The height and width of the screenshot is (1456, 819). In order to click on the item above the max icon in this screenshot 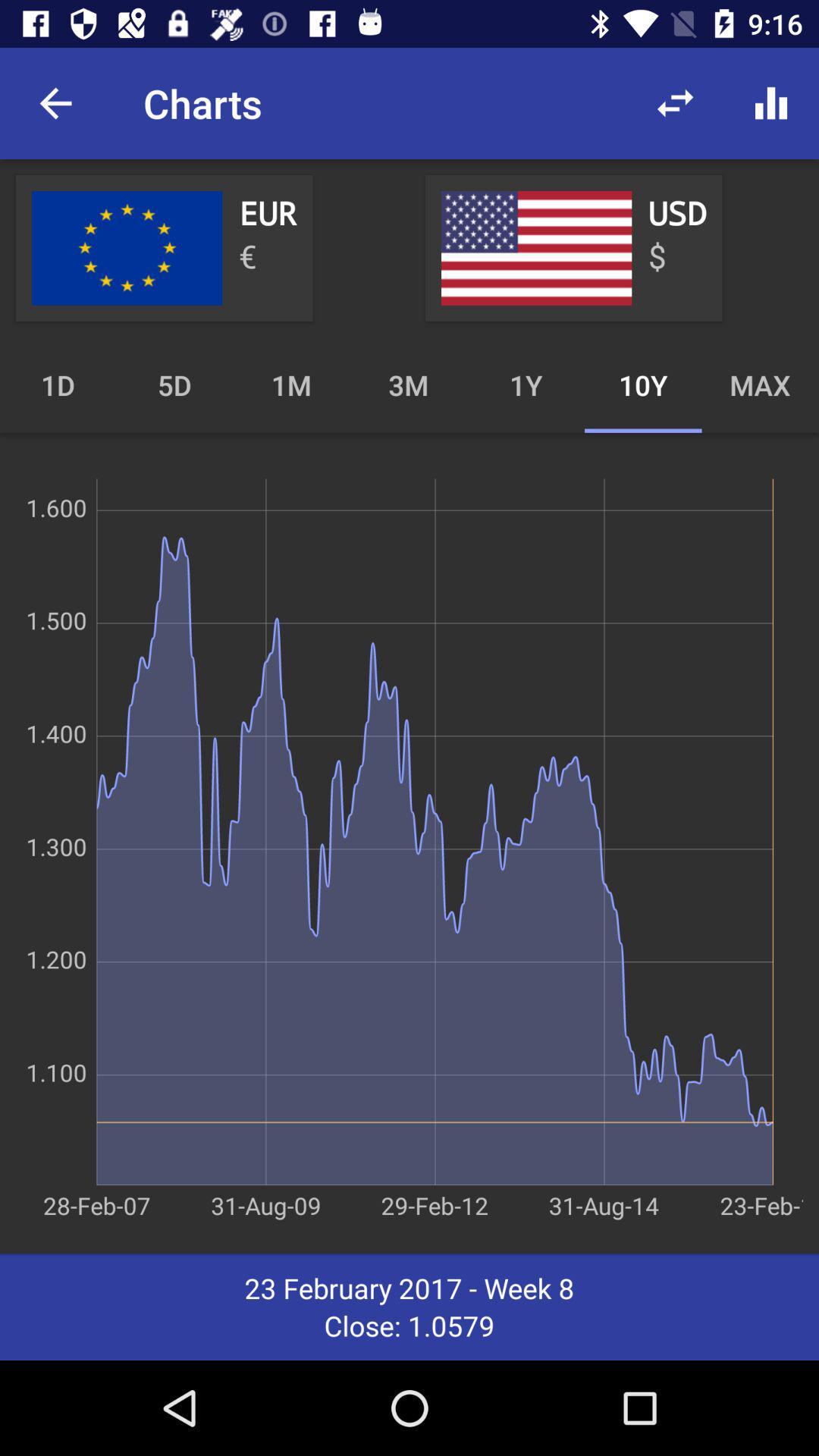, I will do `click(771, 102)`.